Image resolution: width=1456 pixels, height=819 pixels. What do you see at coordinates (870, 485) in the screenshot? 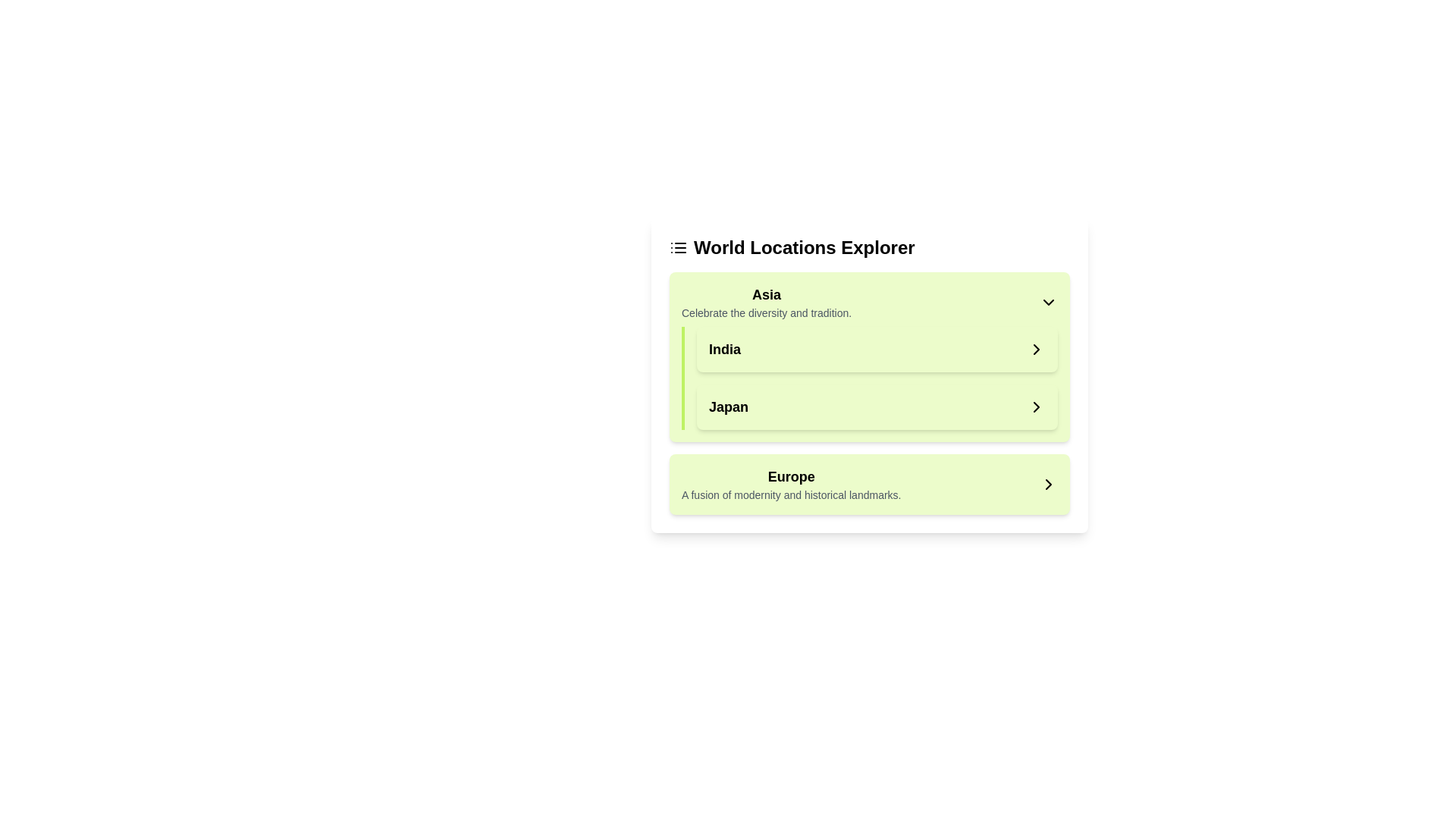
I see `the interactive list item entry for 'Europe' to navigate` at bounding box center [870, 485].